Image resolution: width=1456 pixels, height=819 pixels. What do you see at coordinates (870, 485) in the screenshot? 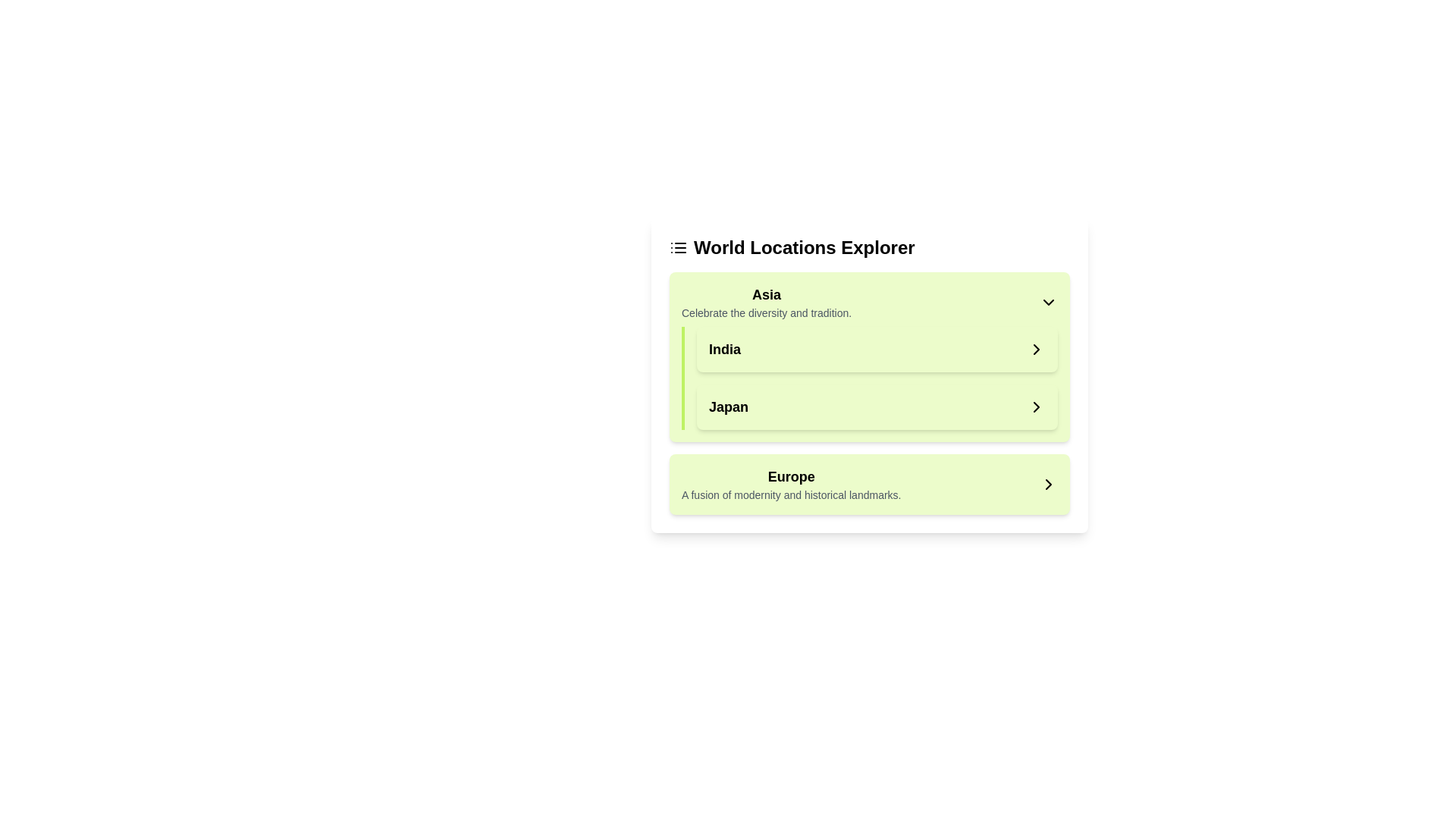
I see `the interactive list item entry for 'Europe' to navigate` at bounding box center [870, 485].